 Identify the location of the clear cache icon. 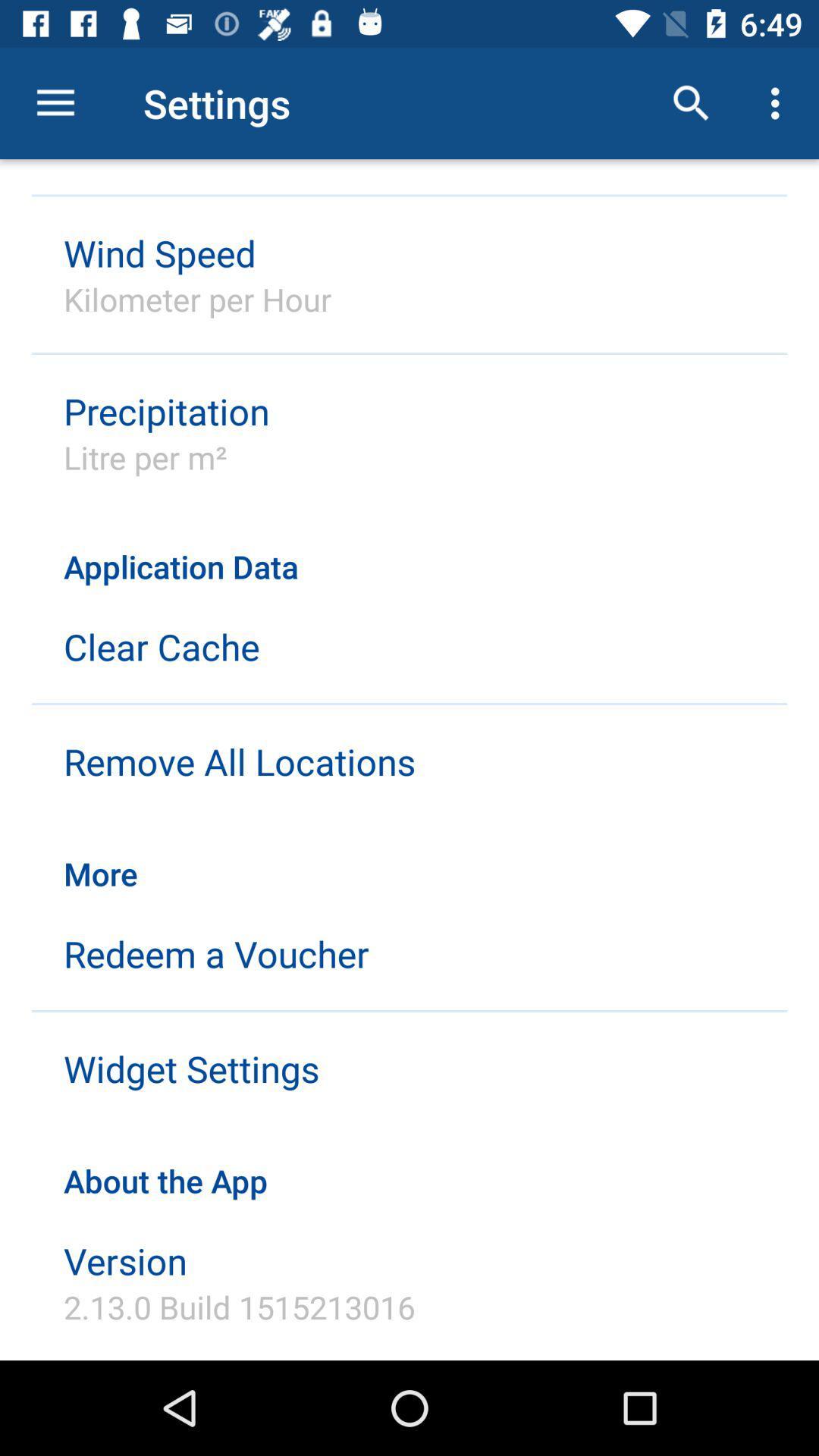
(162, 646).